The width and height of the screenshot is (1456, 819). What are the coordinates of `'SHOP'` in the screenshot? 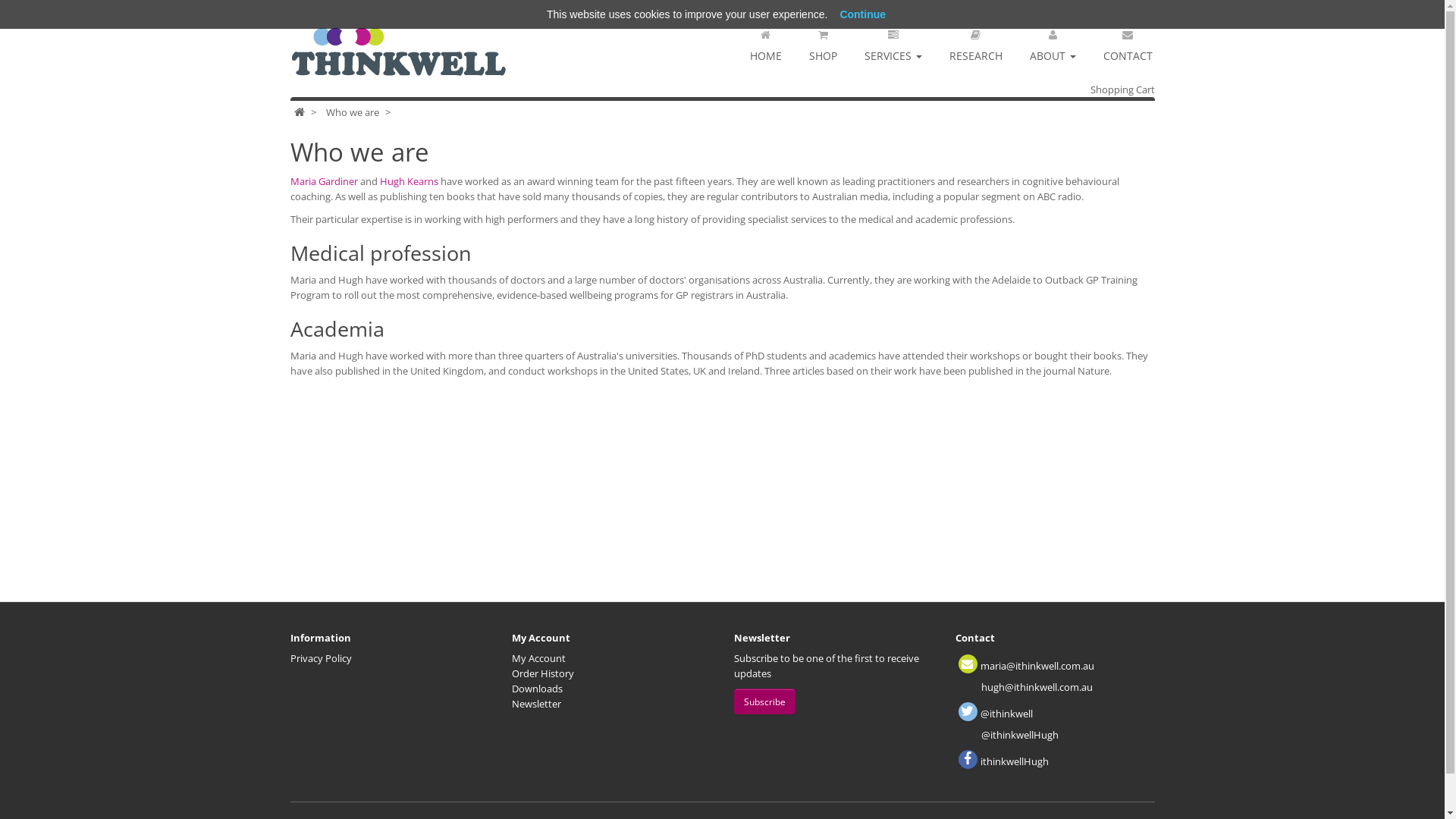 It's located at (821, 40).